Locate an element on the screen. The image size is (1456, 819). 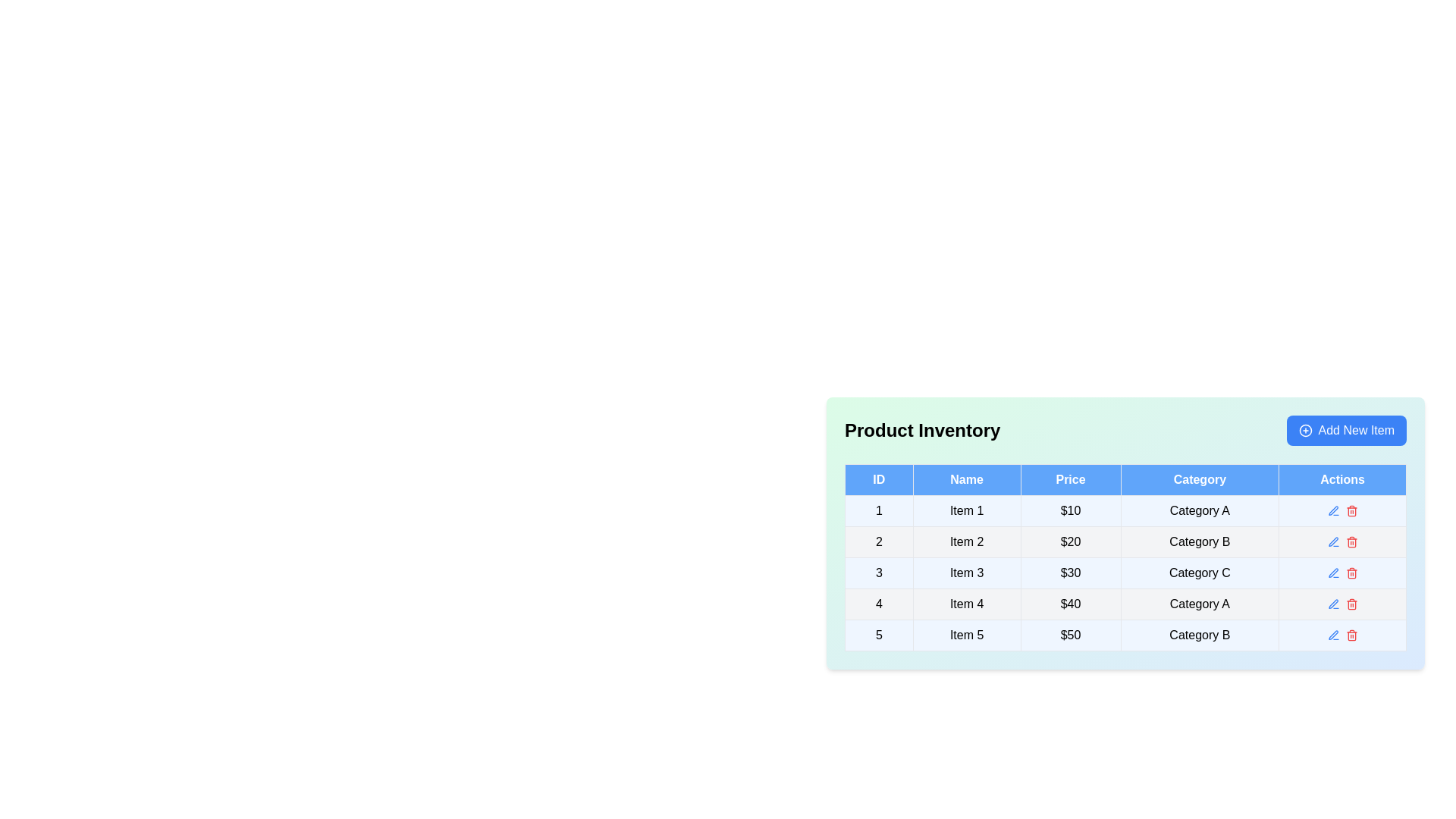
the text label displaying '$30' located in the third row of the table under the 'Price' column, between the 'Item 3' cell and the 'Category C' cell is located at coordinates (1069, 573).